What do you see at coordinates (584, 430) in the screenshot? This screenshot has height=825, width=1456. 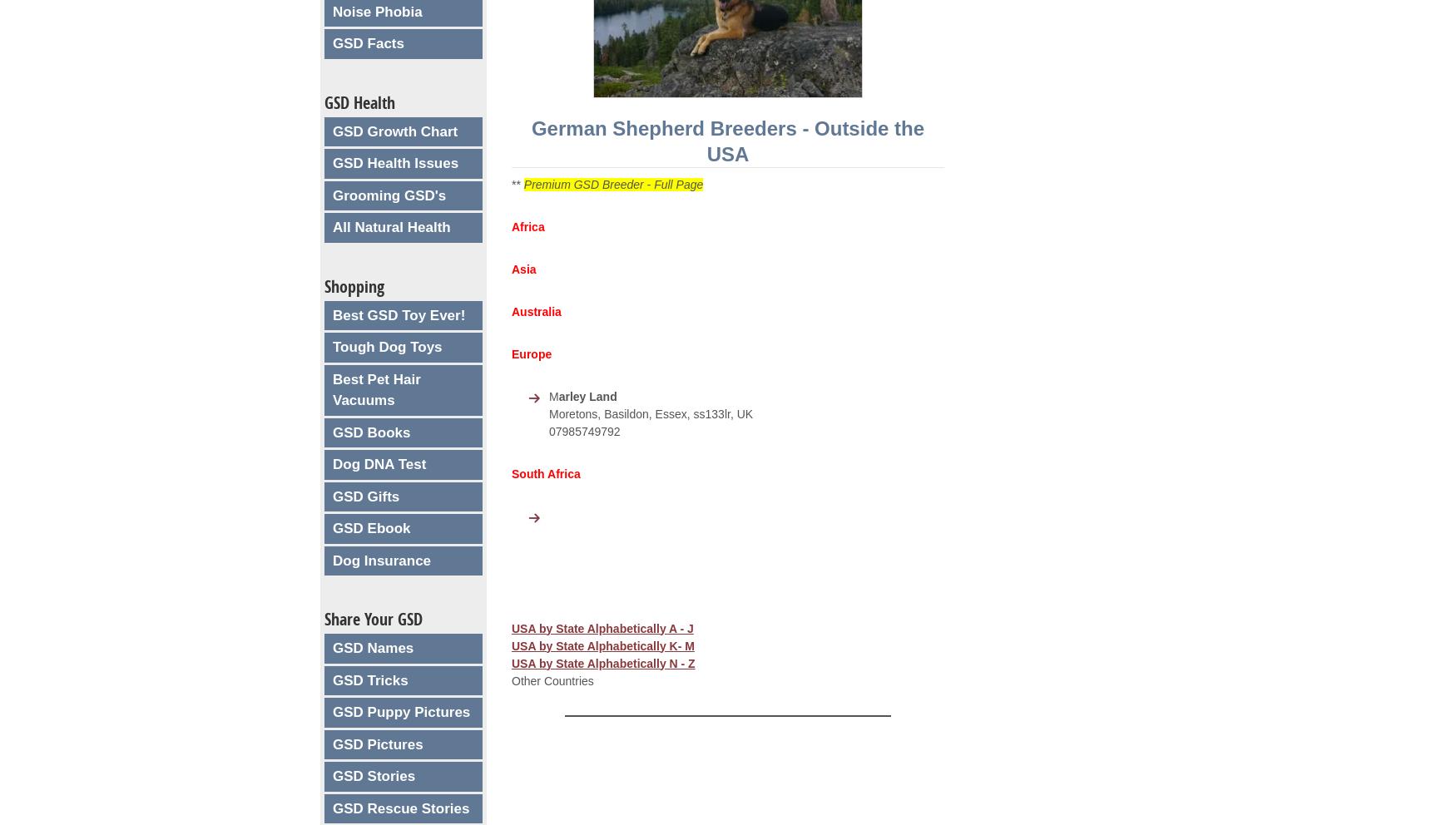 I see `'07985749792'` at bounding box center [584, 430].